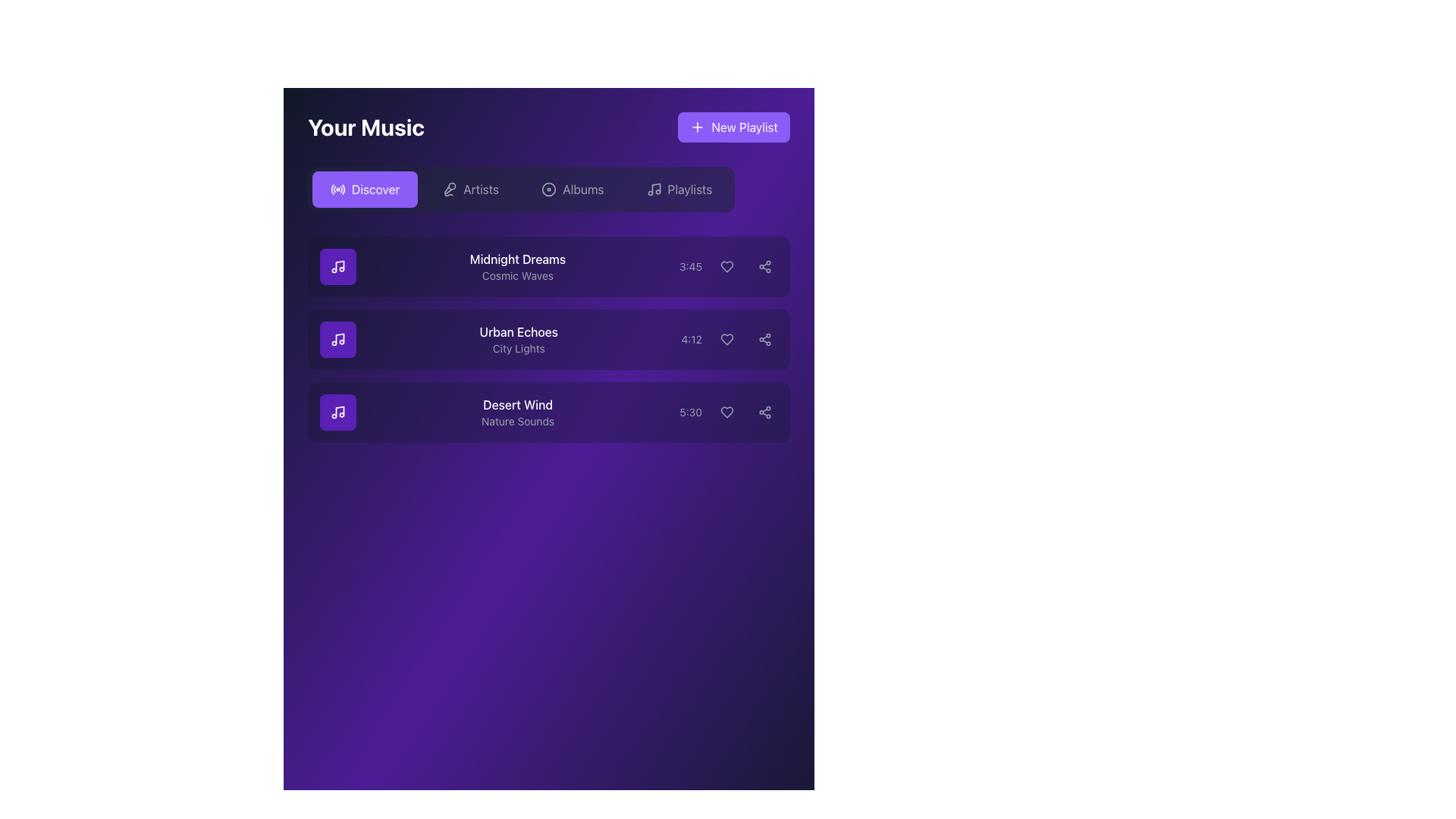 Image resolution: width=1456 pixels, height=819 pixels. I want to click on the music icon represented as a musical note inside a square with rounded corners, styled with a white outline and purple background, located in the third row of the music list titled 'Desert Wind', so click(337, 412).